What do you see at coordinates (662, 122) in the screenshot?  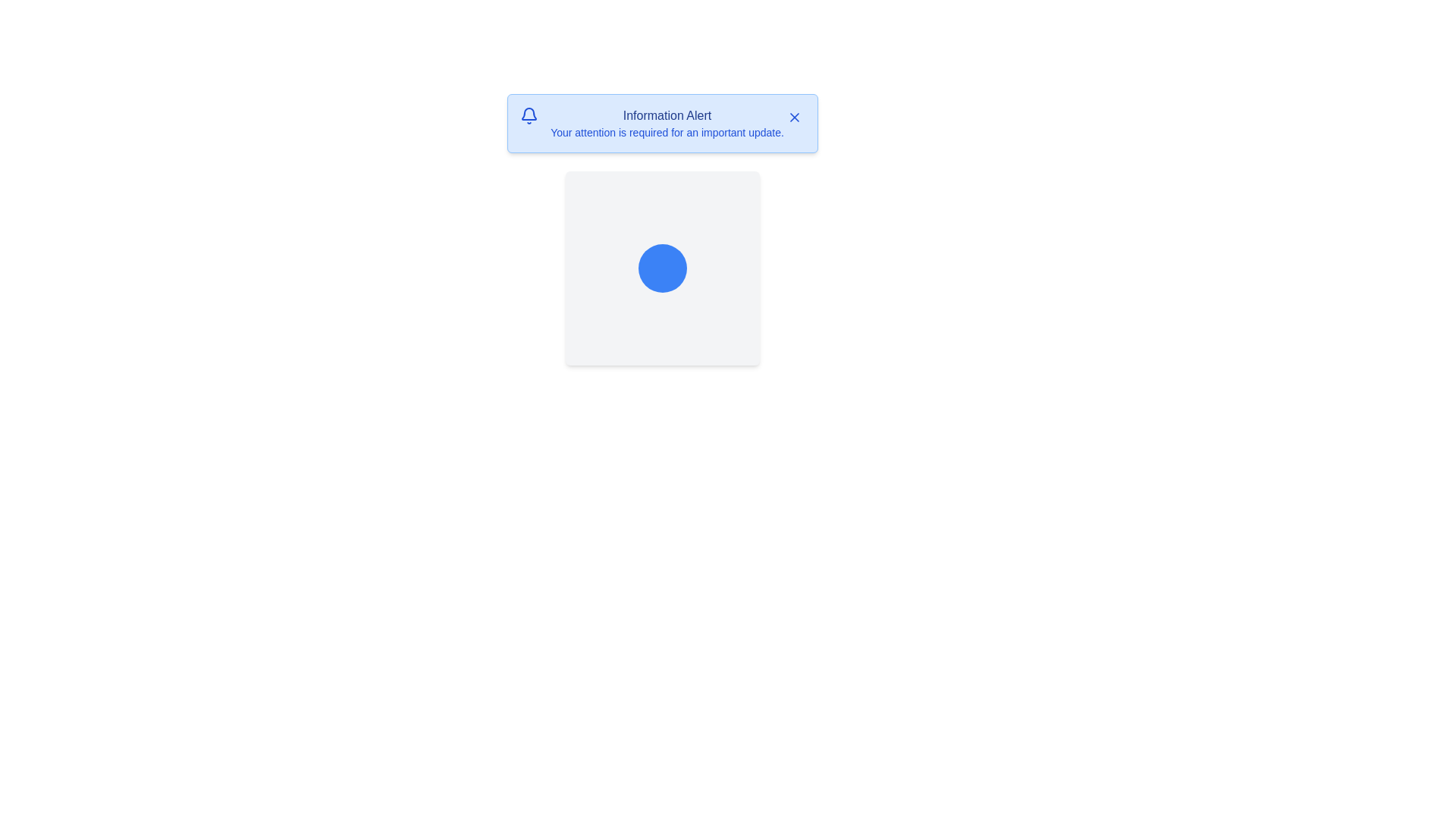 I see `text displayed in the Notification banner which contains the bold informational text 'Information Alert'` at bounding box center [662, 122].